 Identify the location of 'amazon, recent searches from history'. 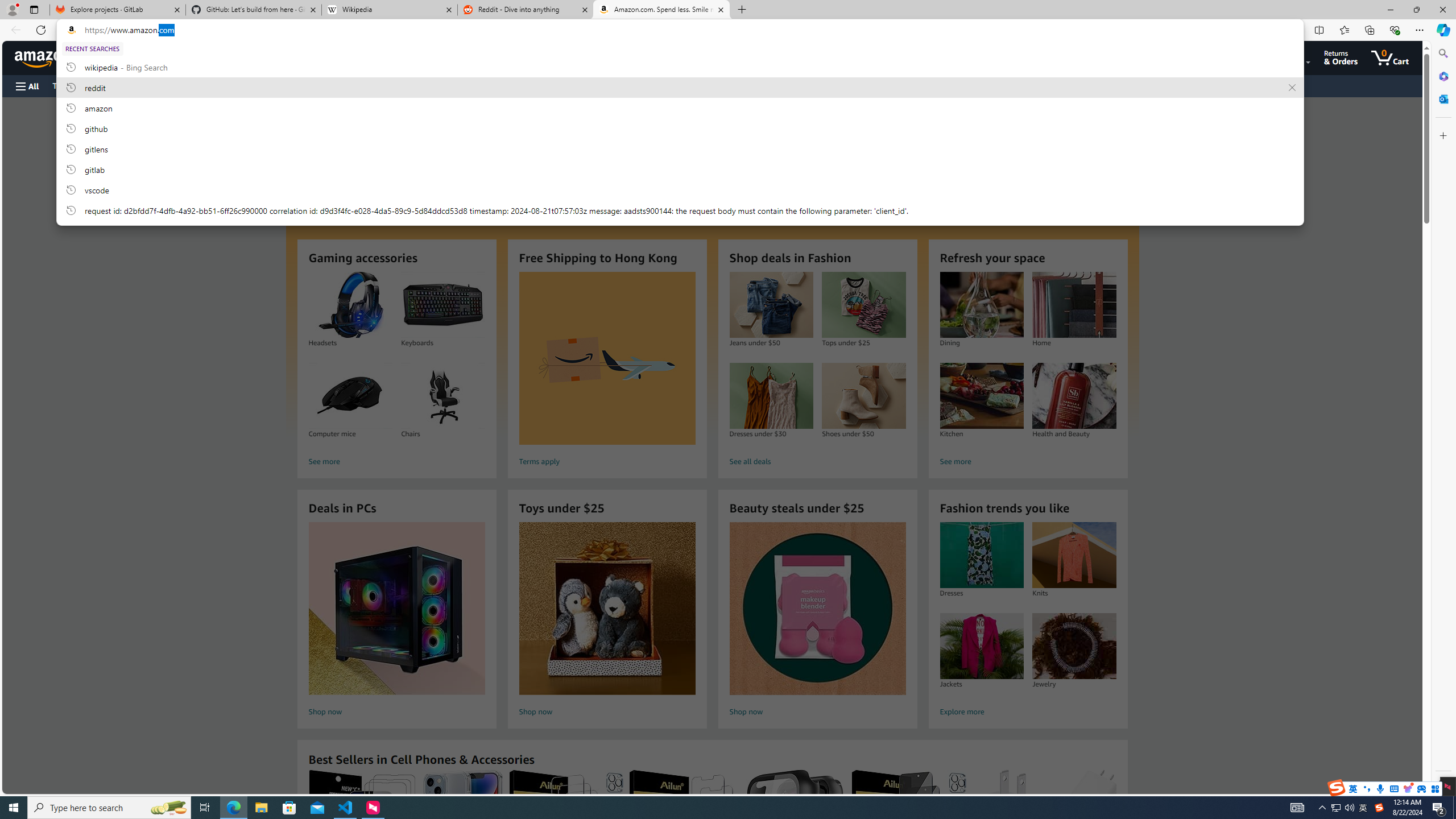
(679, 107).